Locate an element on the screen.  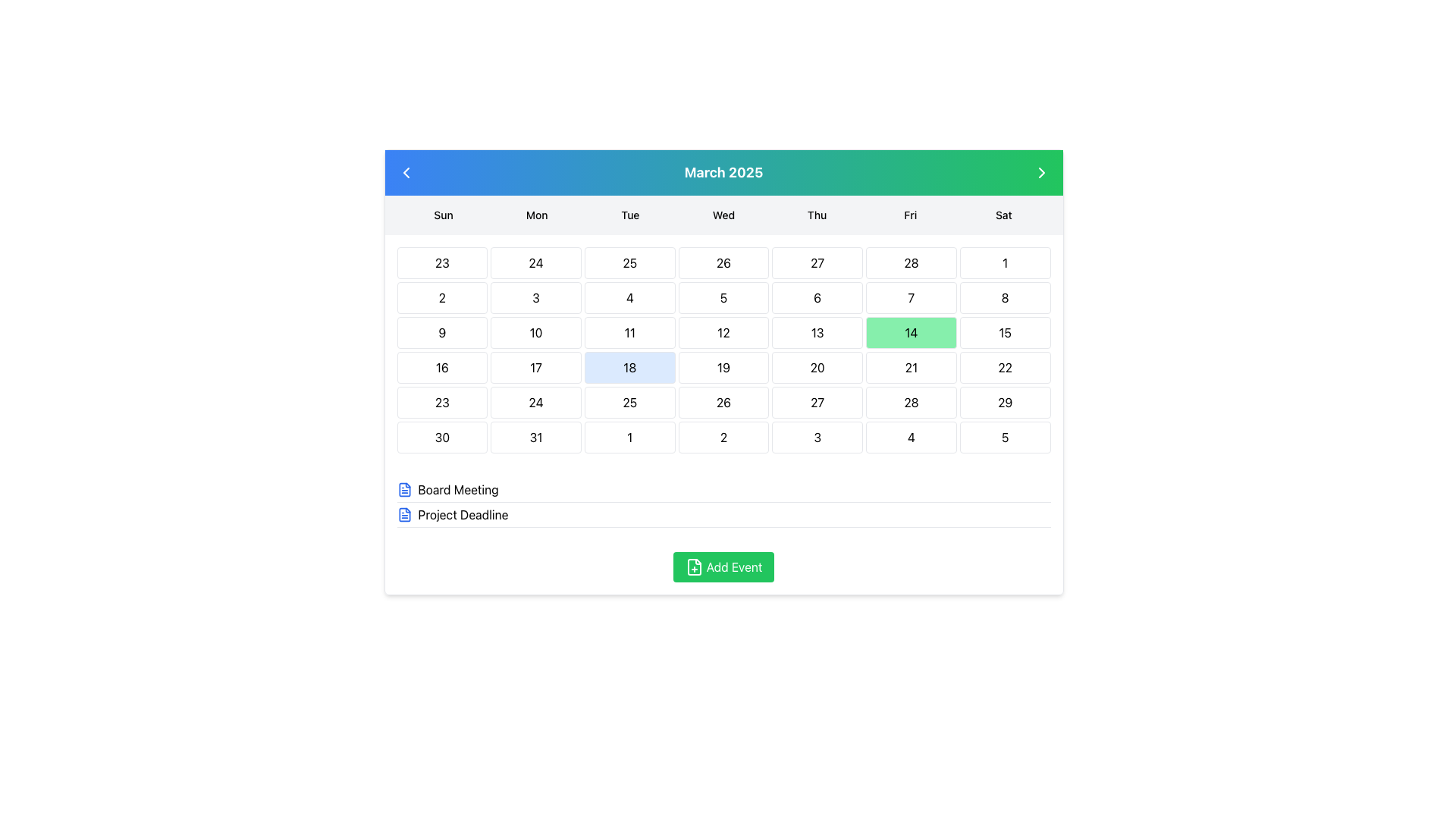
the interactive calendar cell representing the 21st day of the month is located at coordinates (910, 368).